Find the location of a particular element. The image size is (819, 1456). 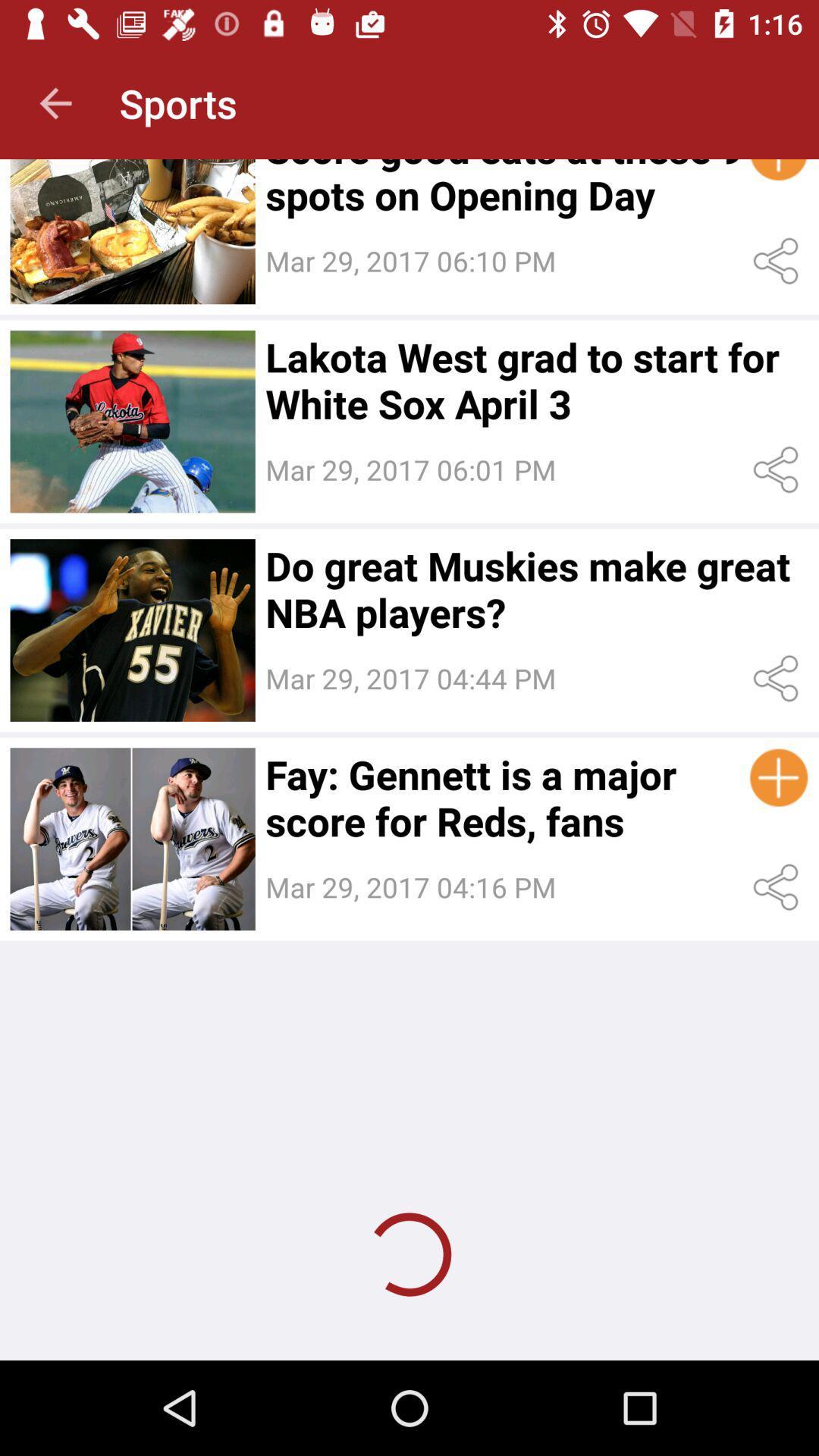

share the article is located at coordinates (779, 469).